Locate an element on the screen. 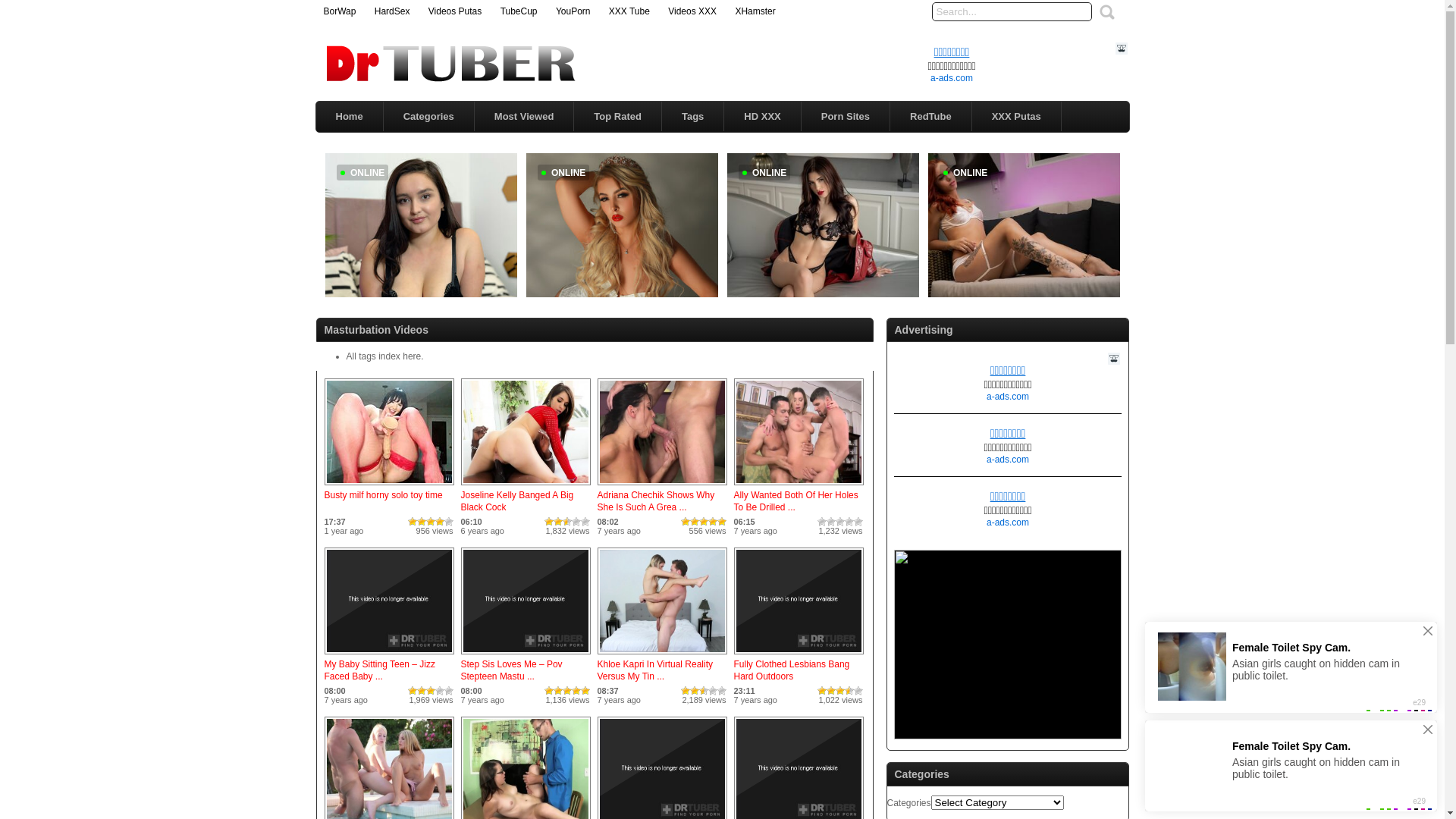 Image resolution: width=1456 pixels, height=819 pixels. '4 Stars' is located at coordinates (439, 520).